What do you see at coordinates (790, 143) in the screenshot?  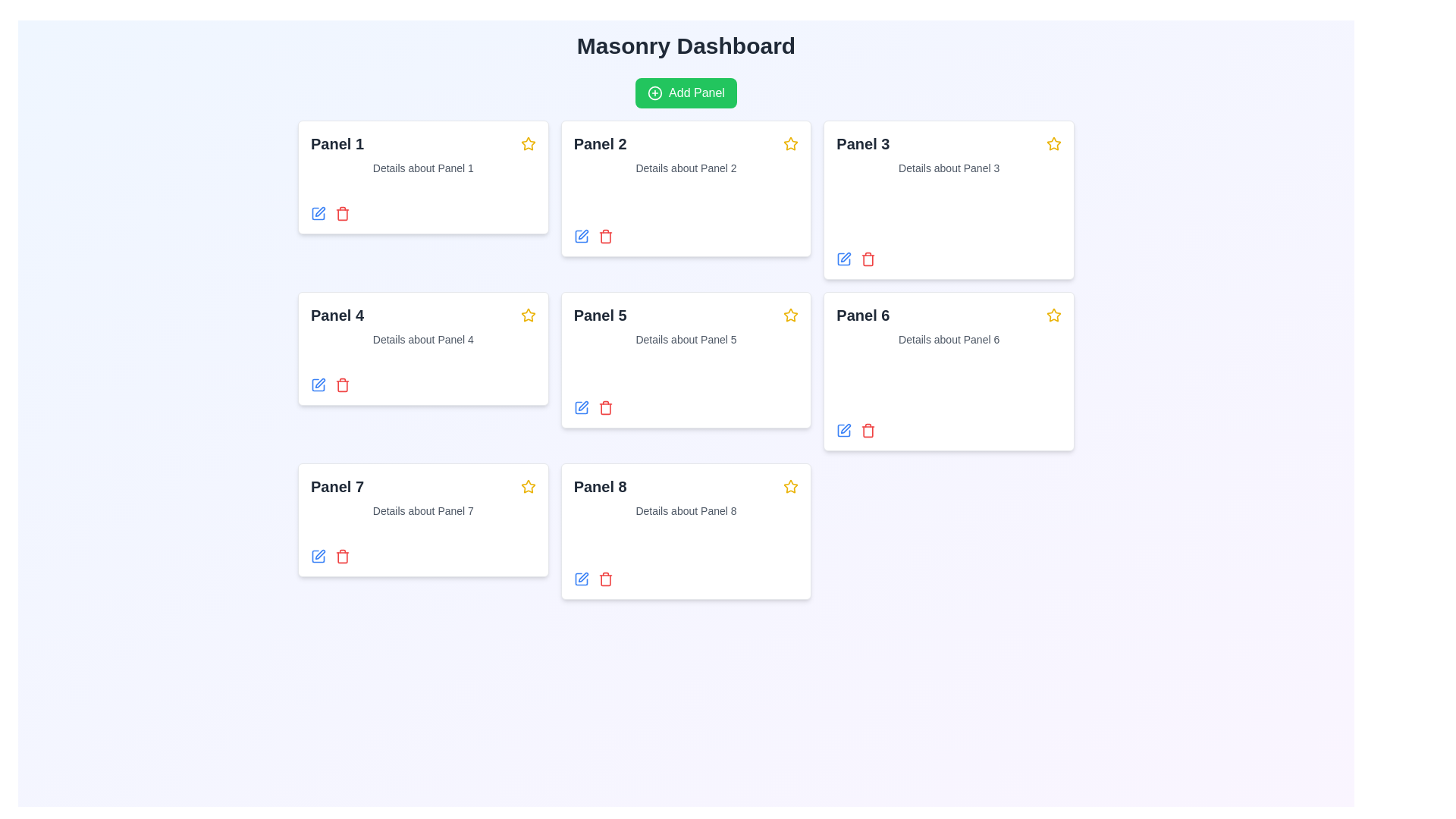 I see `the star icon located at the top-right corner of the card labeled 'Panel 6'` at bounding box center [790, 143].